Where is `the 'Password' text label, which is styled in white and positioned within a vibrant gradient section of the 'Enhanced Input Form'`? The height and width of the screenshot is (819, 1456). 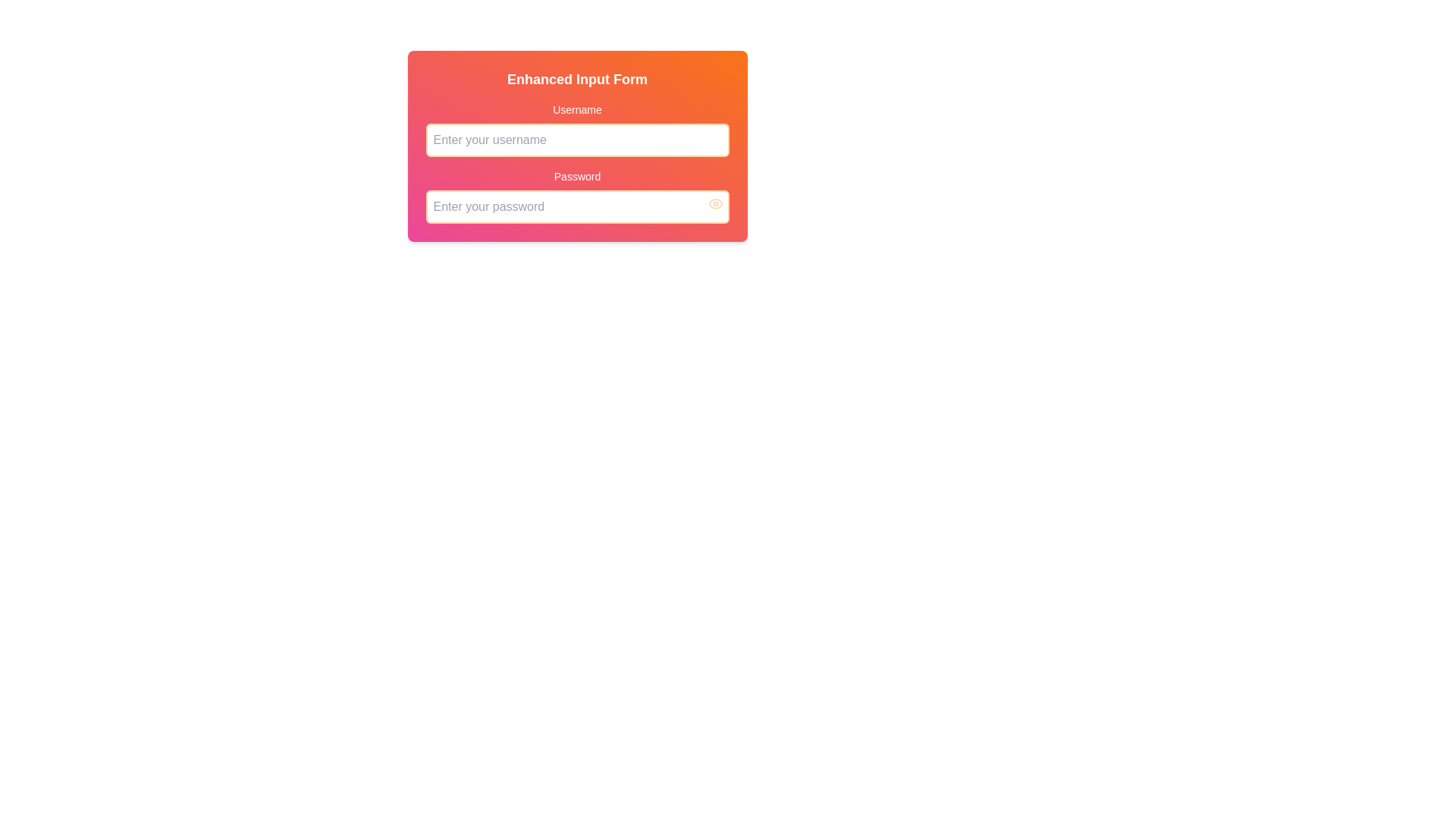 the 'Password' text label, which is styled in white and positioned within a vibrant gradient section of the 'Enhanced Input Form' is located at coordinates (576, 175).